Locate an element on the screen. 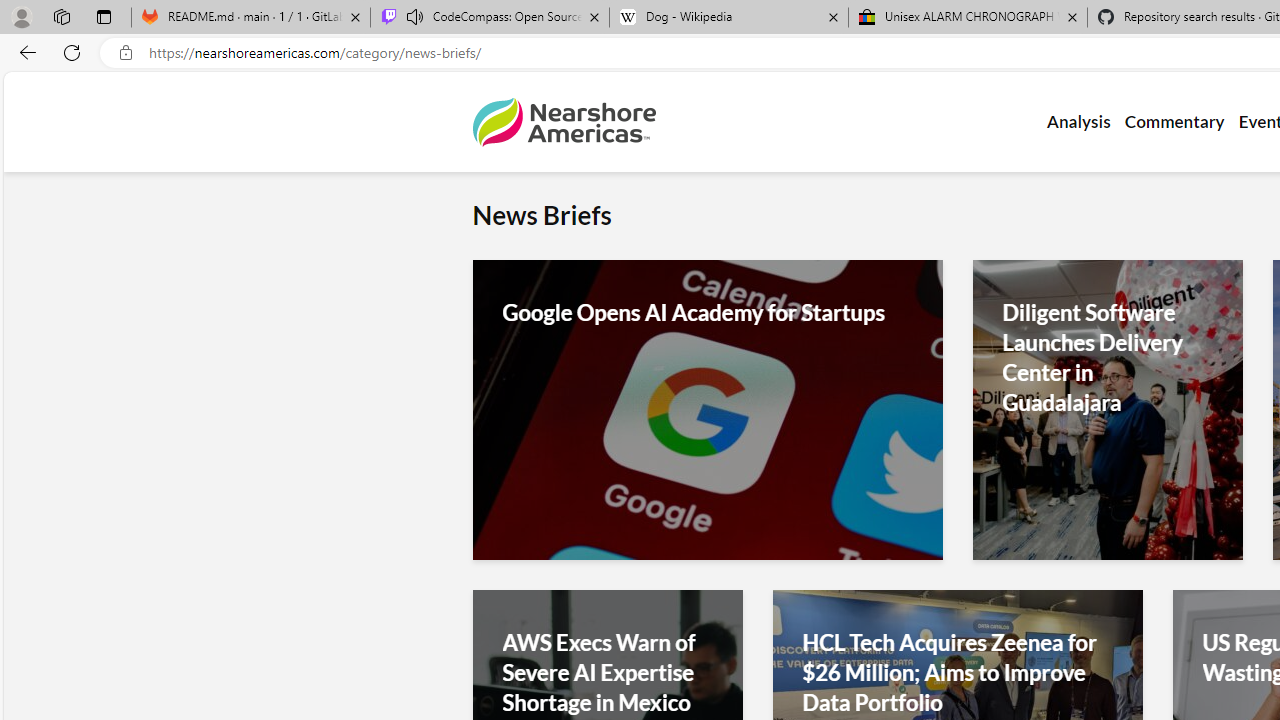  'Analysis' is located at coordinates (1077, 122).